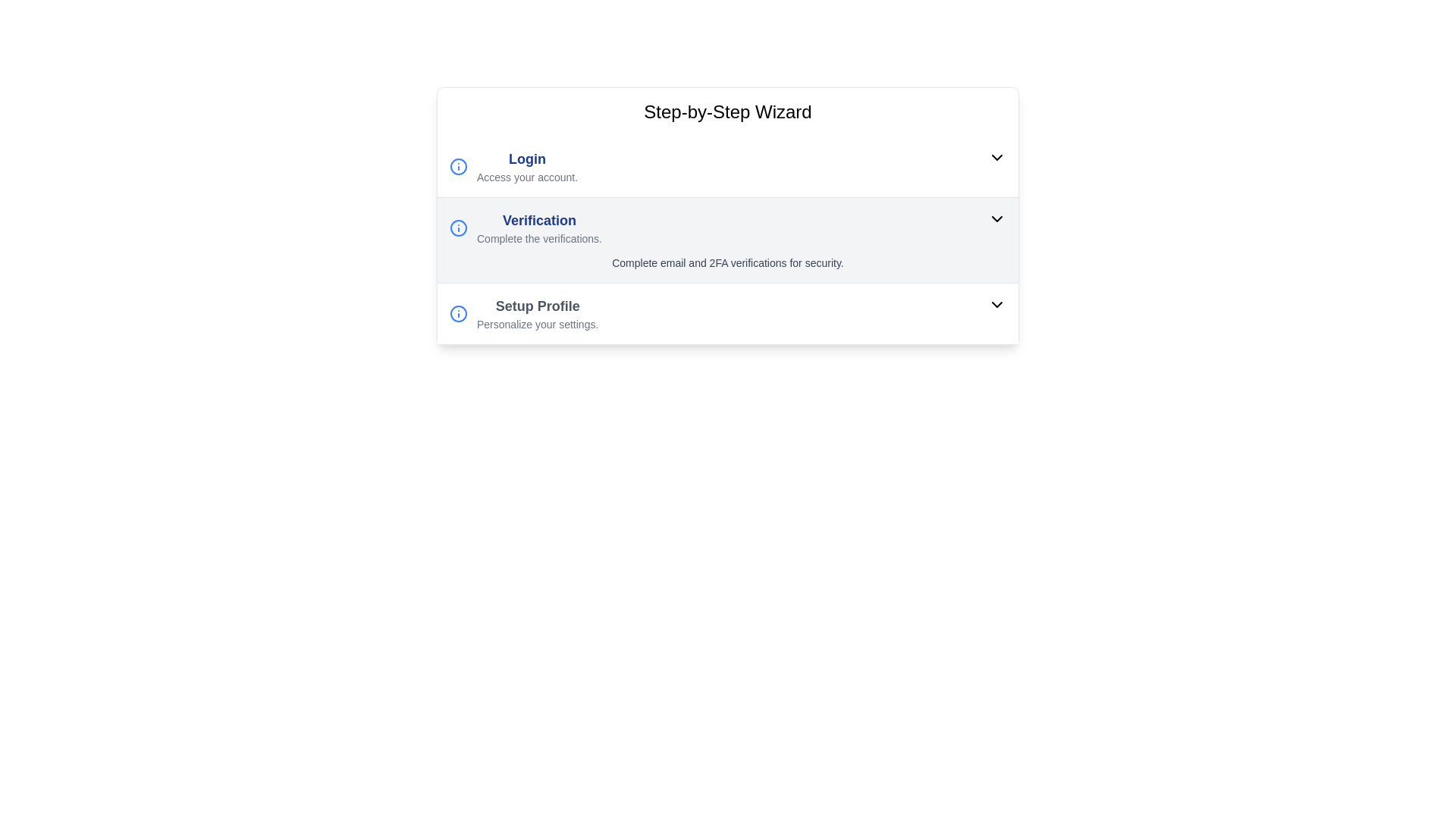 Image resolution: width=1456 pixels, height=819 pixels. What do you see at coordinates (513, 166) in the screenshot?
I see `the text block that serves as the label and description for the first step in the step-by-step wizard interface, indicating that this step involves logging in to access the user's account` at bounding box center [513, 166].